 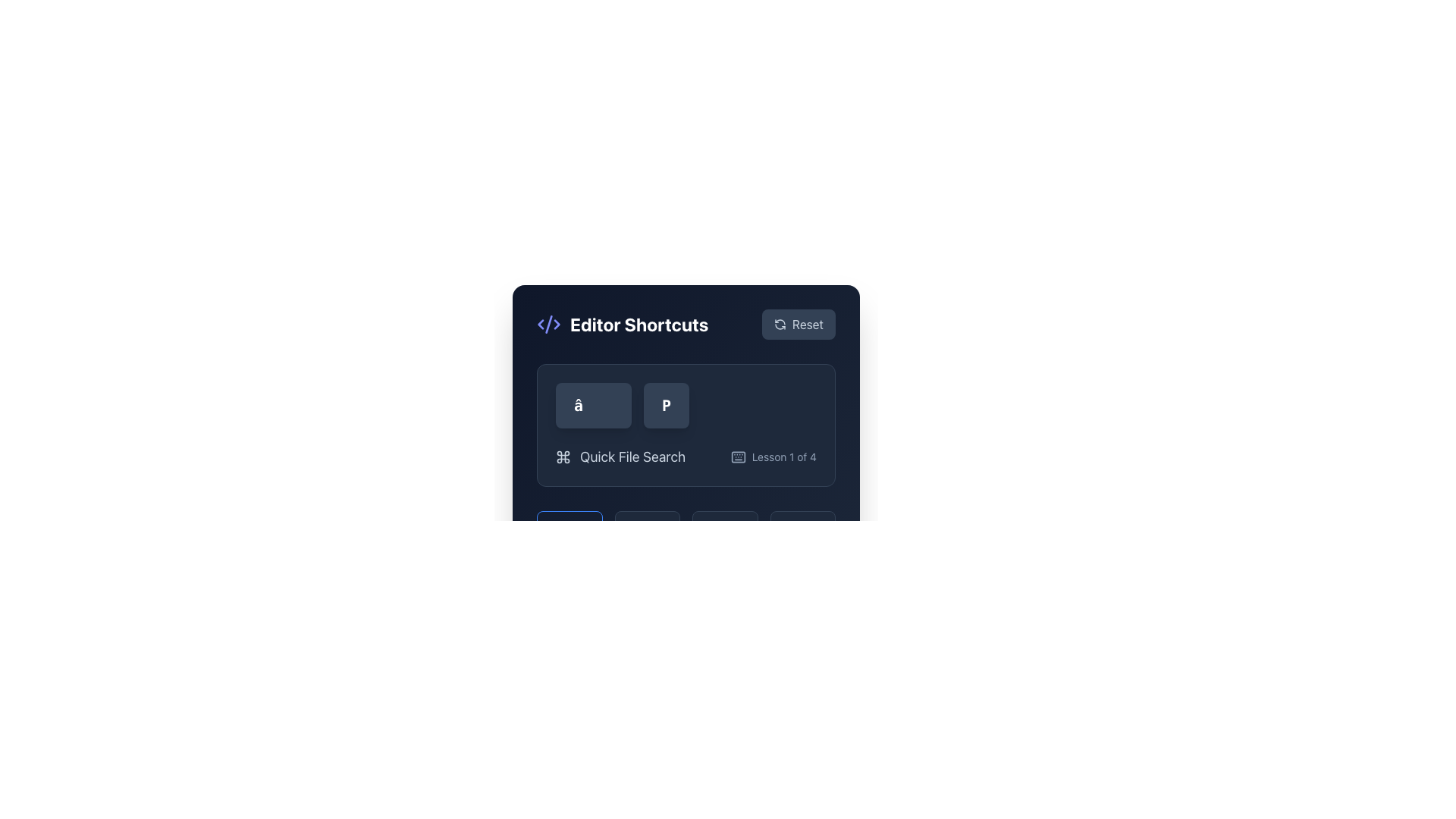 What do you see at coordinates (738, 456) in the screenshot?
I see `the keyboard icon representing the concept of a keyboard, located to the left of the text 'Lesson 1 of 4', for visual context` at bounding box center [738, 456].